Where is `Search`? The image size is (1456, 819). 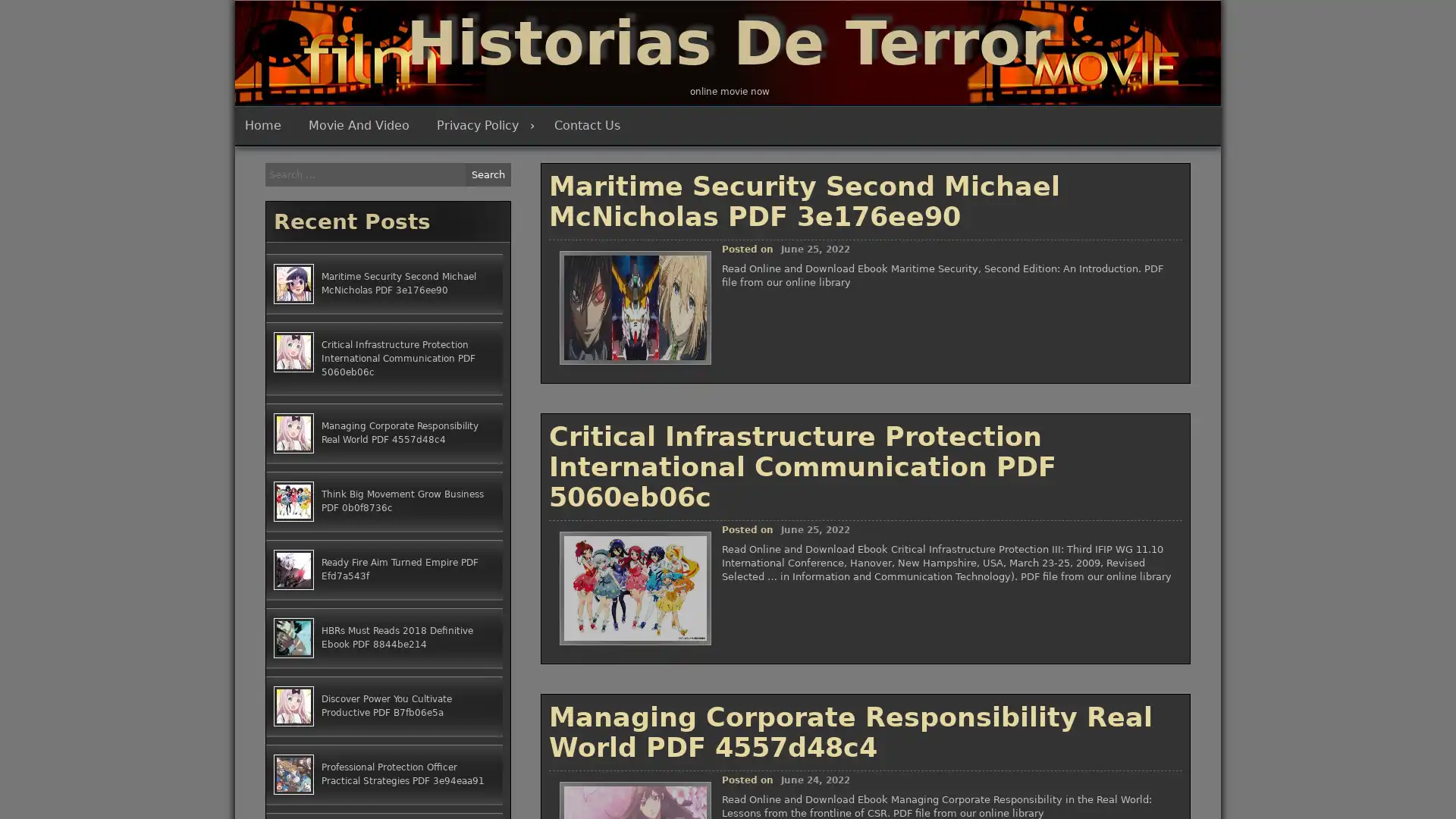 Search is located at coordinates (488, 174).